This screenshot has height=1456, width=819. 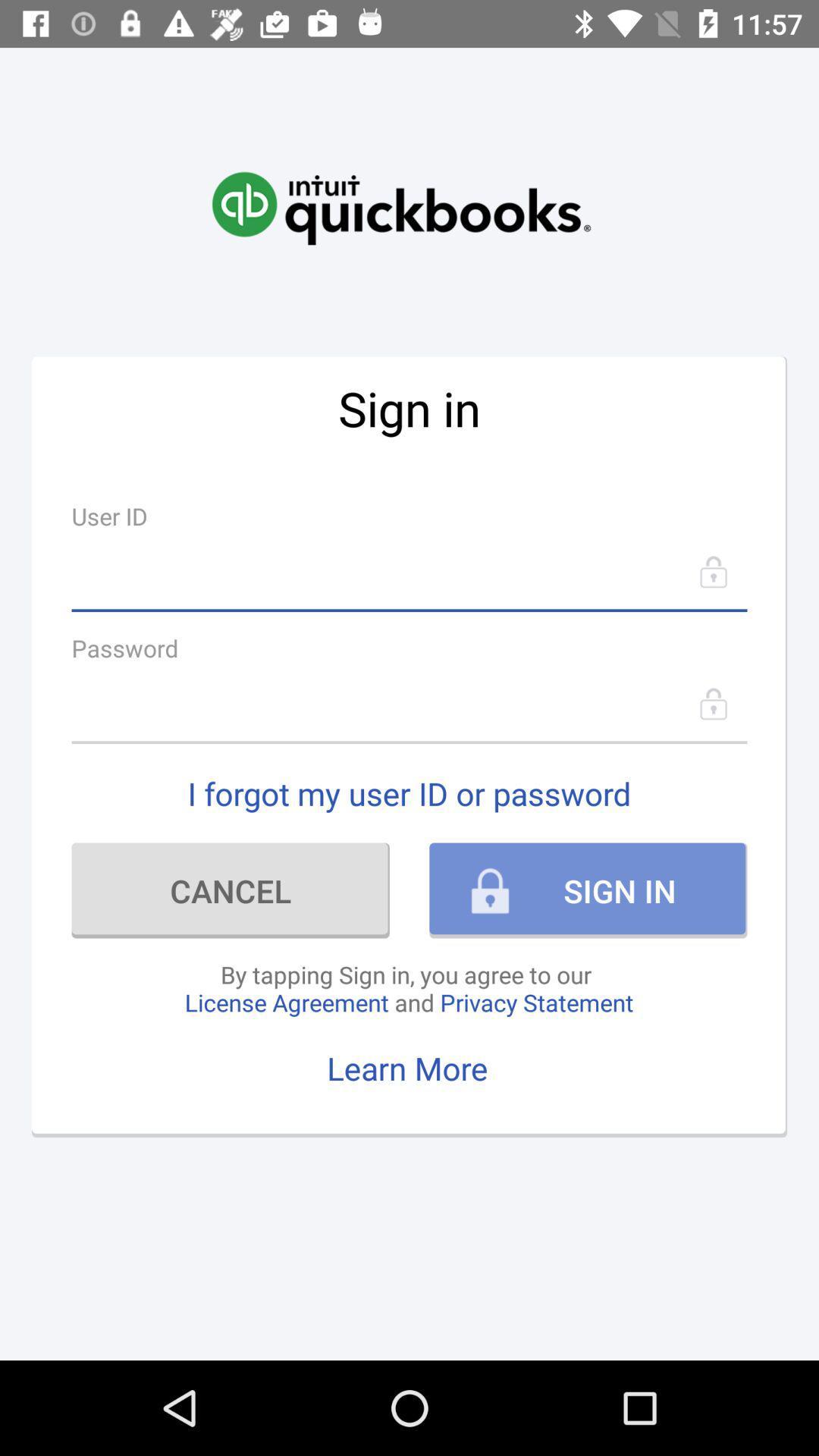 What do you see at coordinates (409, 703) in the screenshot?
I see `password` at bounding box center [409, 703].